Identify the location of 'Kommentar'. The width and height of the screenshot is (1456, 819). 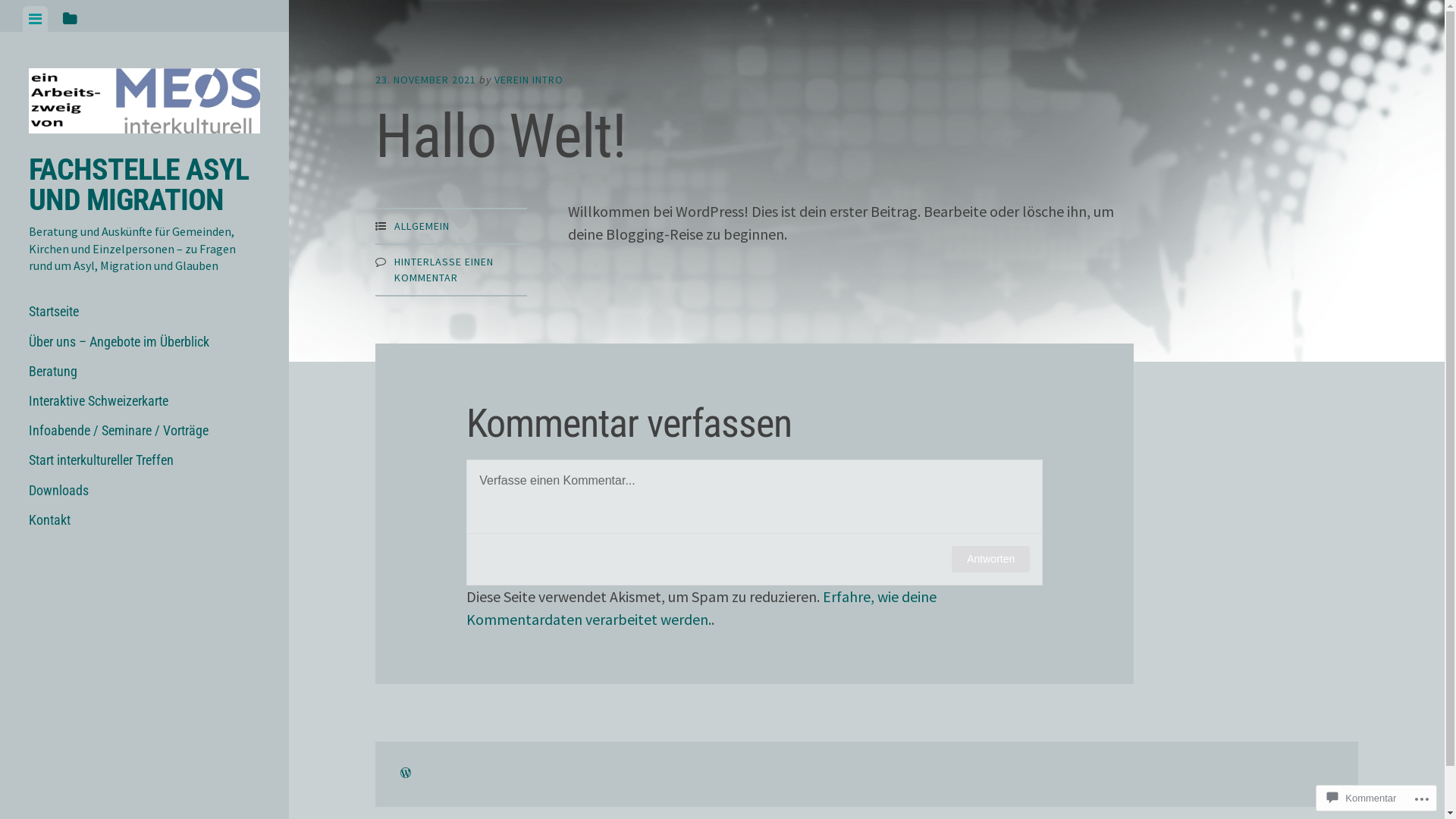
(1361, 797).